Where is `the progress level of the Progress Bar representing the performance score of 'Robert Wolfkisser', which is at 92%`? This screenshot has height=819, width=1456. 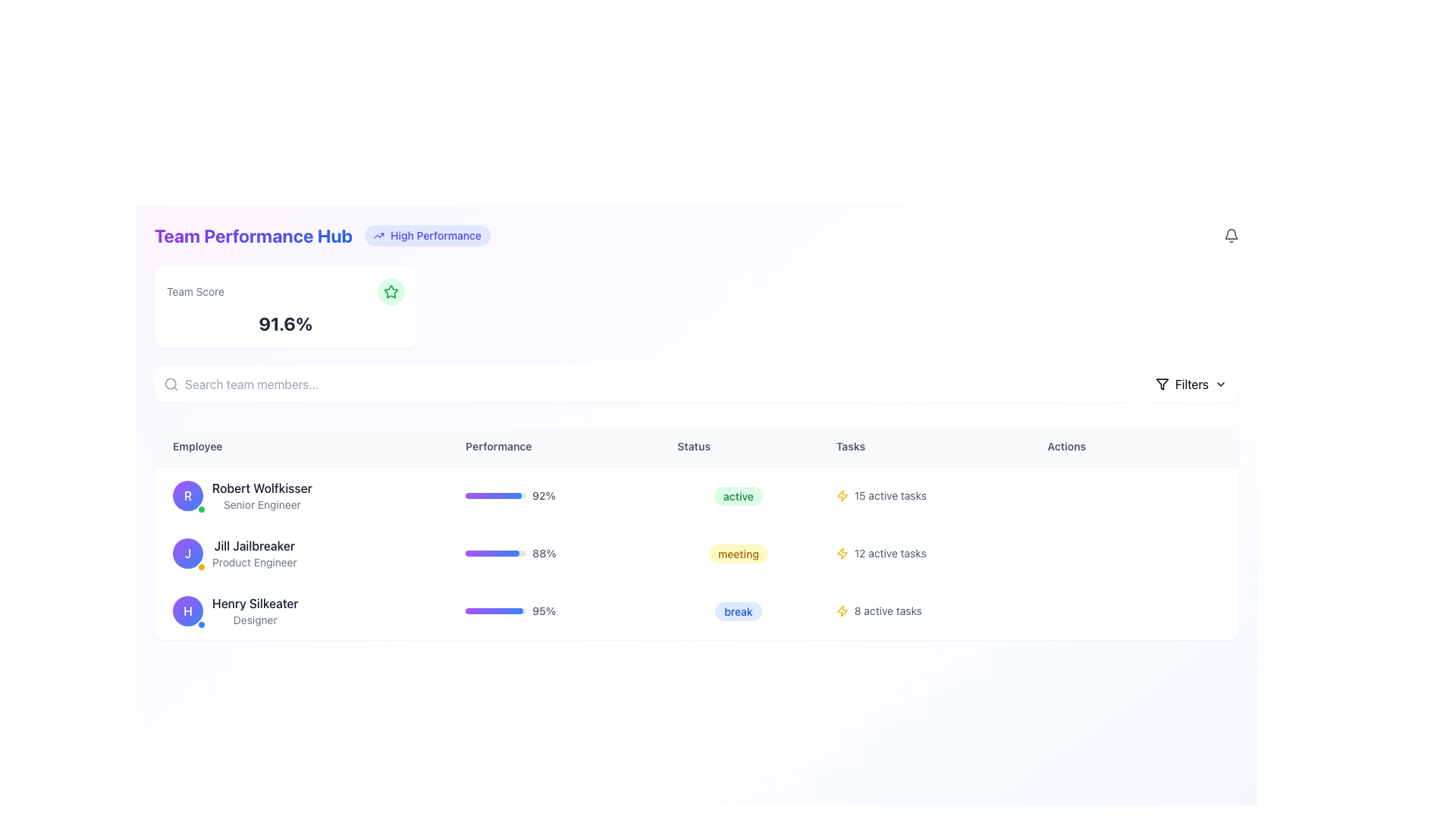 the progress level of the Progress Bar representing the performance score of 'Robert Wolfkisser', which is at 92% is located at coordinates (494, 496).